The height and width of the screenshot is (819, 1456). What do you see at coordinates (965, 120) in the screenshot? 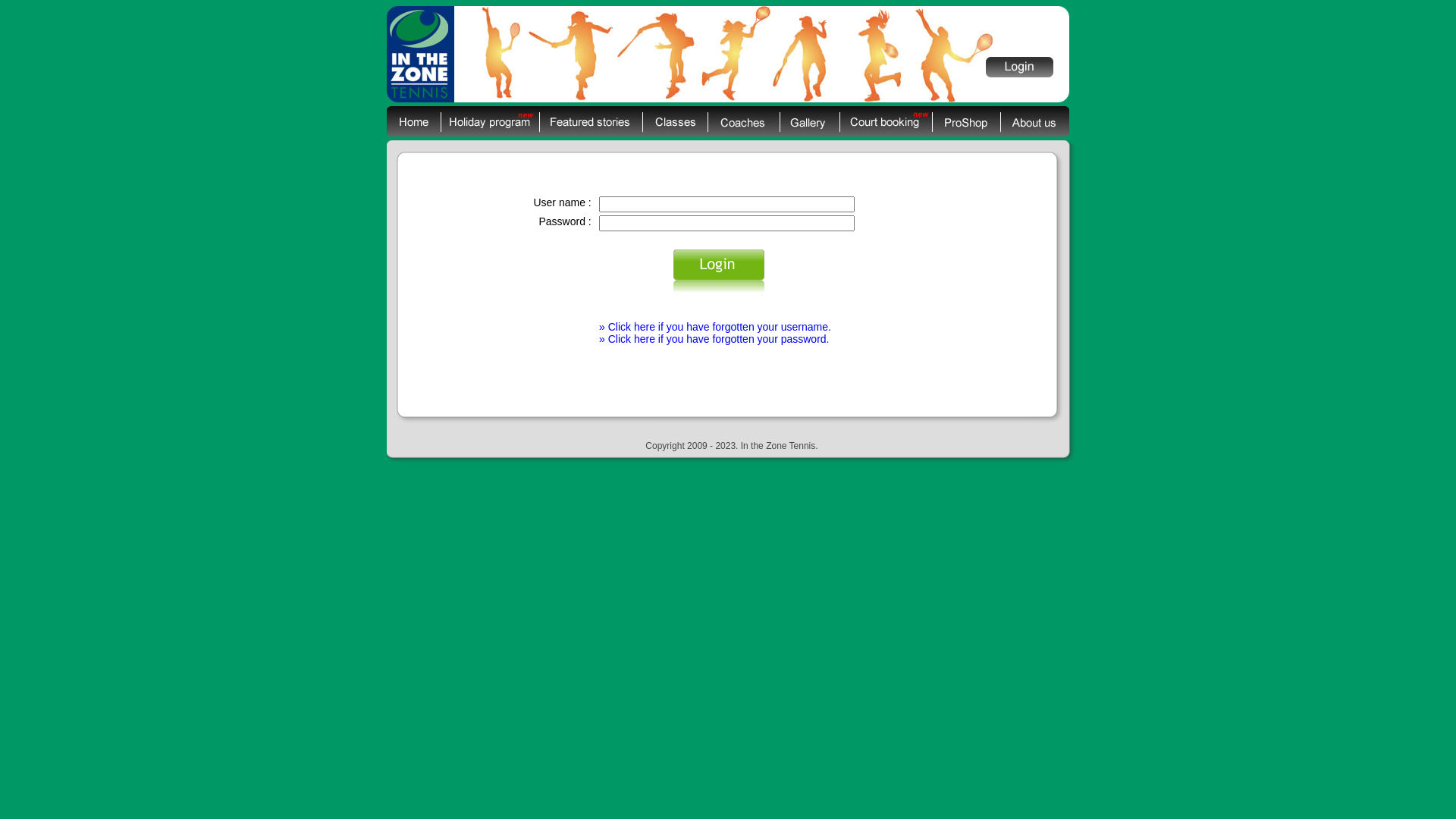
I see `'Proshop'` at bounding box center [965, 120].